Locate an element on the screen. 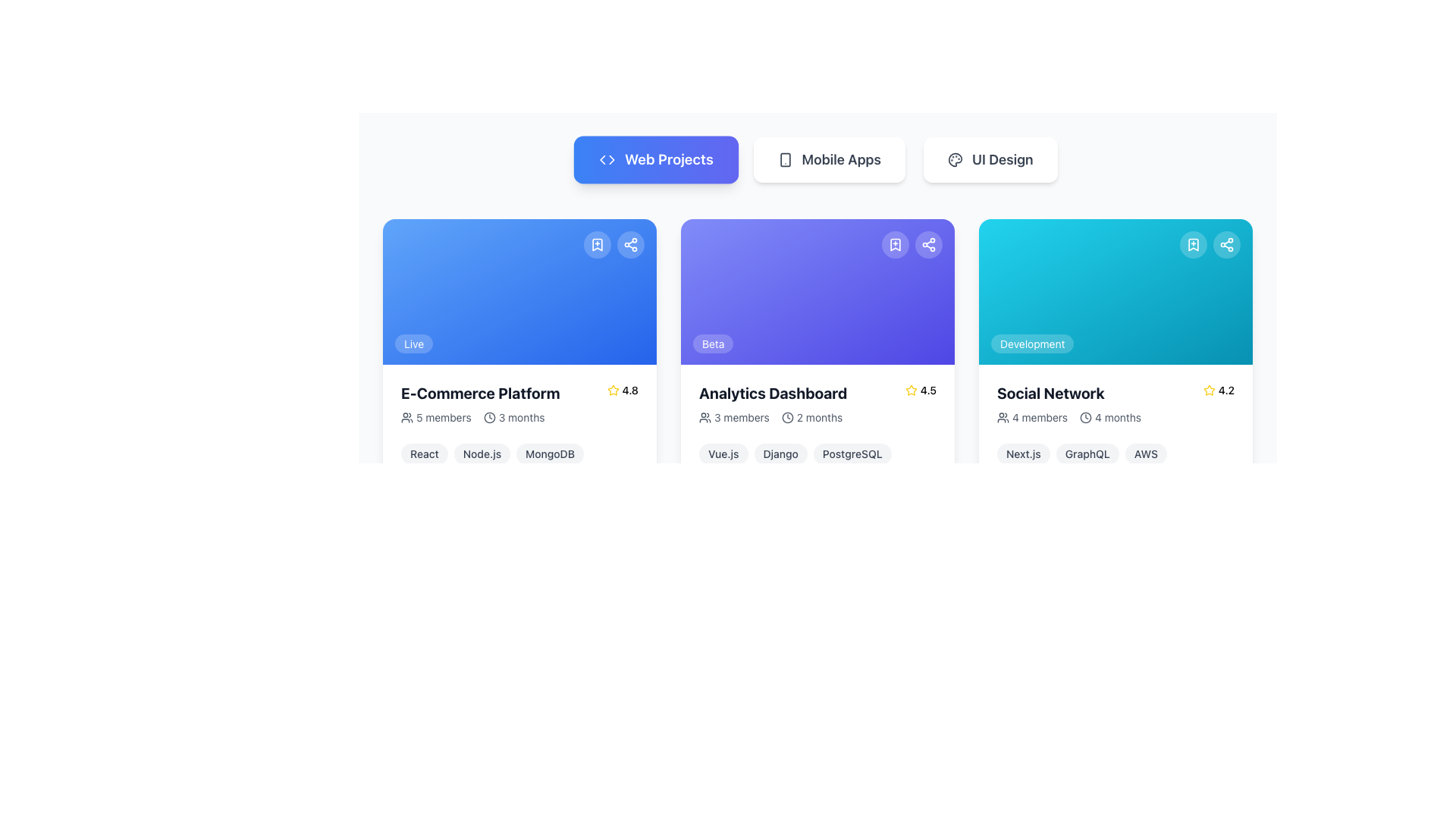 The width and height of the screenshot is (1456, 819). the 'UI Design' button, which is the third button in a horizontal set of three, featuring a white background, rounded corners, and dark gray text to trigger the hover effect is located at coordinates (990, 160).